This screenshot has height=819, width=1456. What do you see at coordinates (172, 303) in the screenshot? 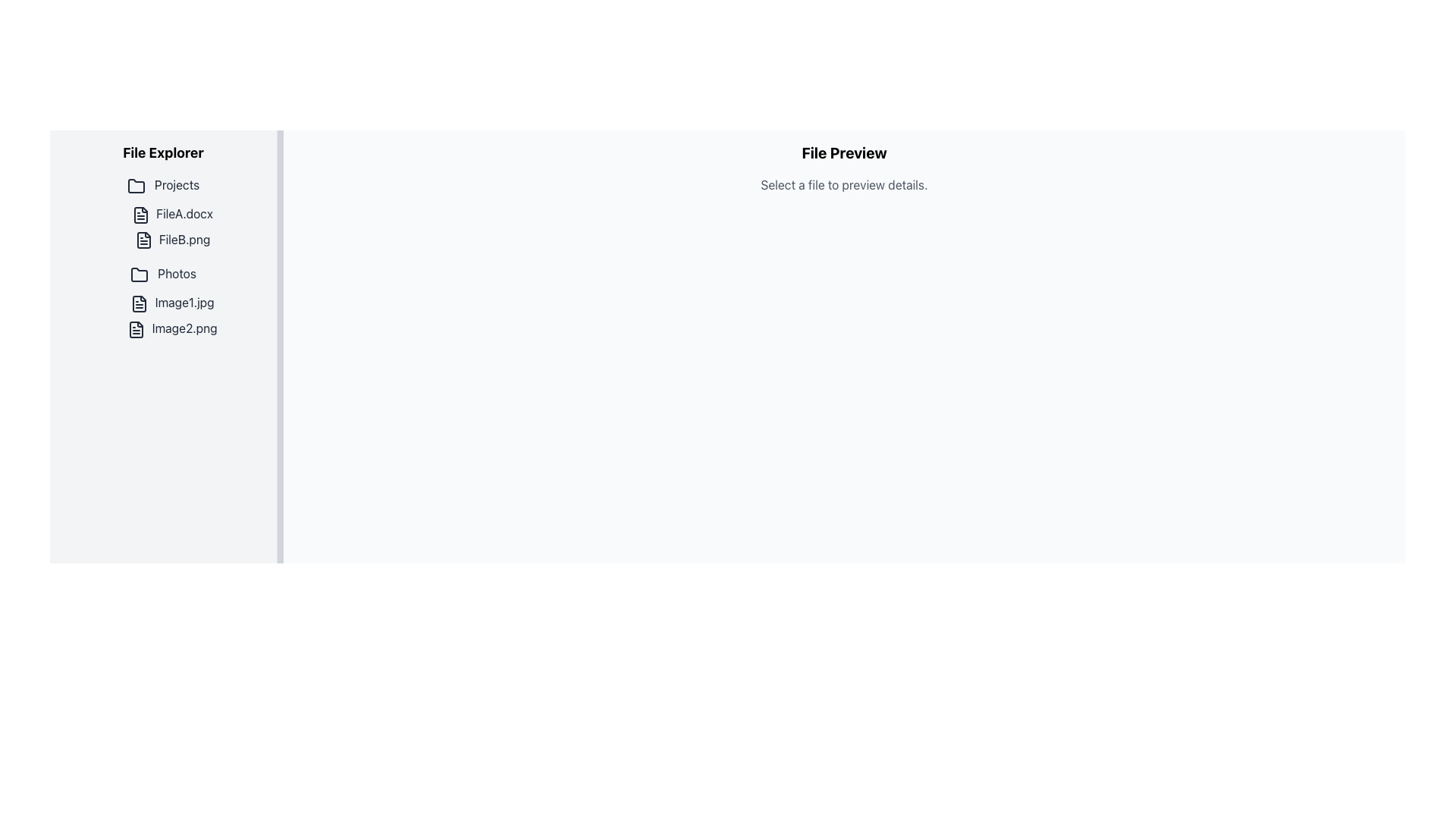
I see `the first selectable list item representing the file 'Image1.jpg' located` at bounding box center [172, 303].